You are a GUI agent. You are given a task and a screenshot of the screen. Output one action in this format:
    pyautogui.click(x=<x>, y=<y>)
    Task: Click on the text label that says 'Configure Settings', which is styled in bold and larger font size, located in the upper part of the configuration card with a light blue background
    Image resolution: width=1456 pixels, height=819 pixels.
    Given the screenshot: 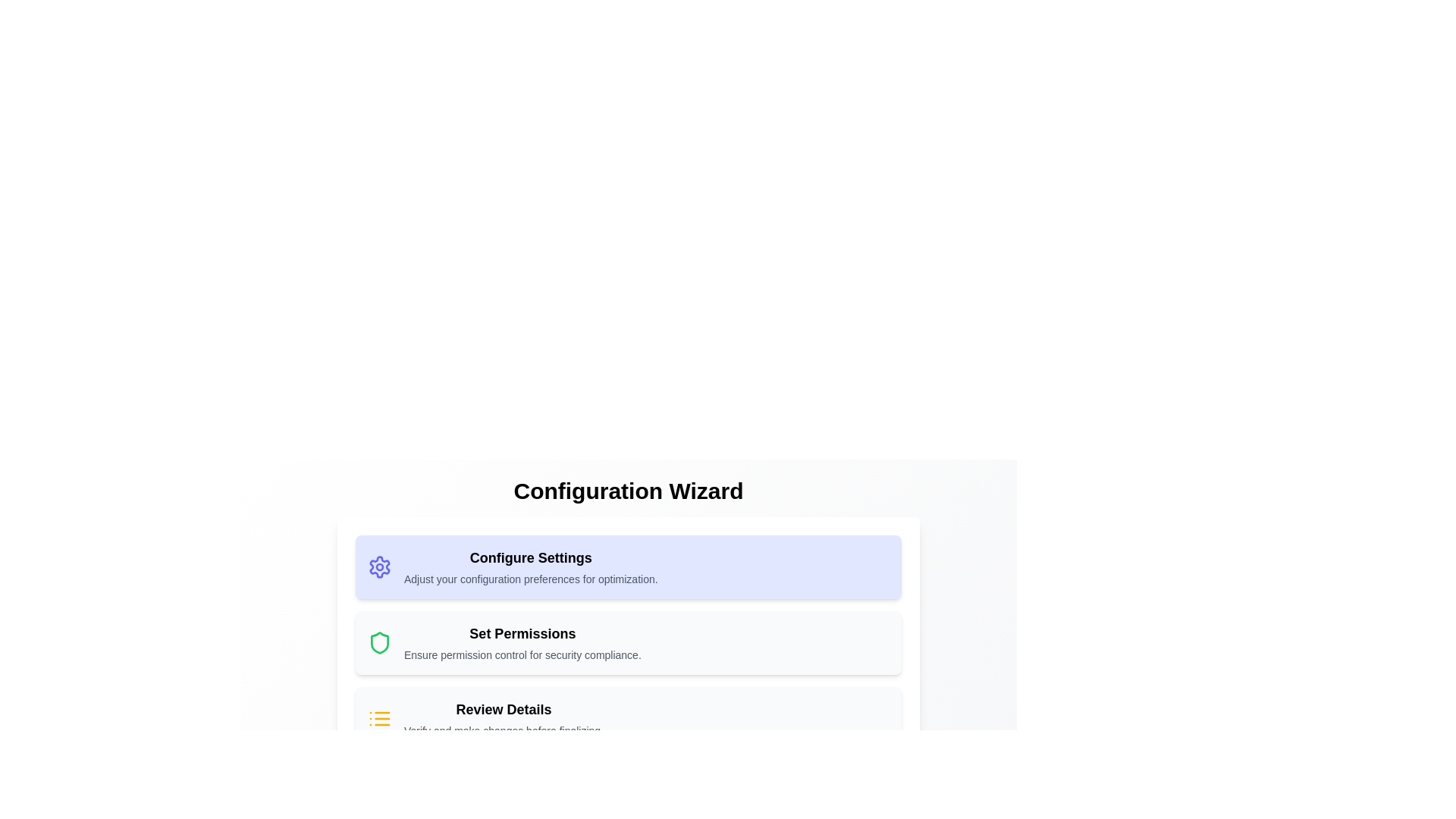 What is the action you would take?
    pyautogui.click(x=531, y=558)
    